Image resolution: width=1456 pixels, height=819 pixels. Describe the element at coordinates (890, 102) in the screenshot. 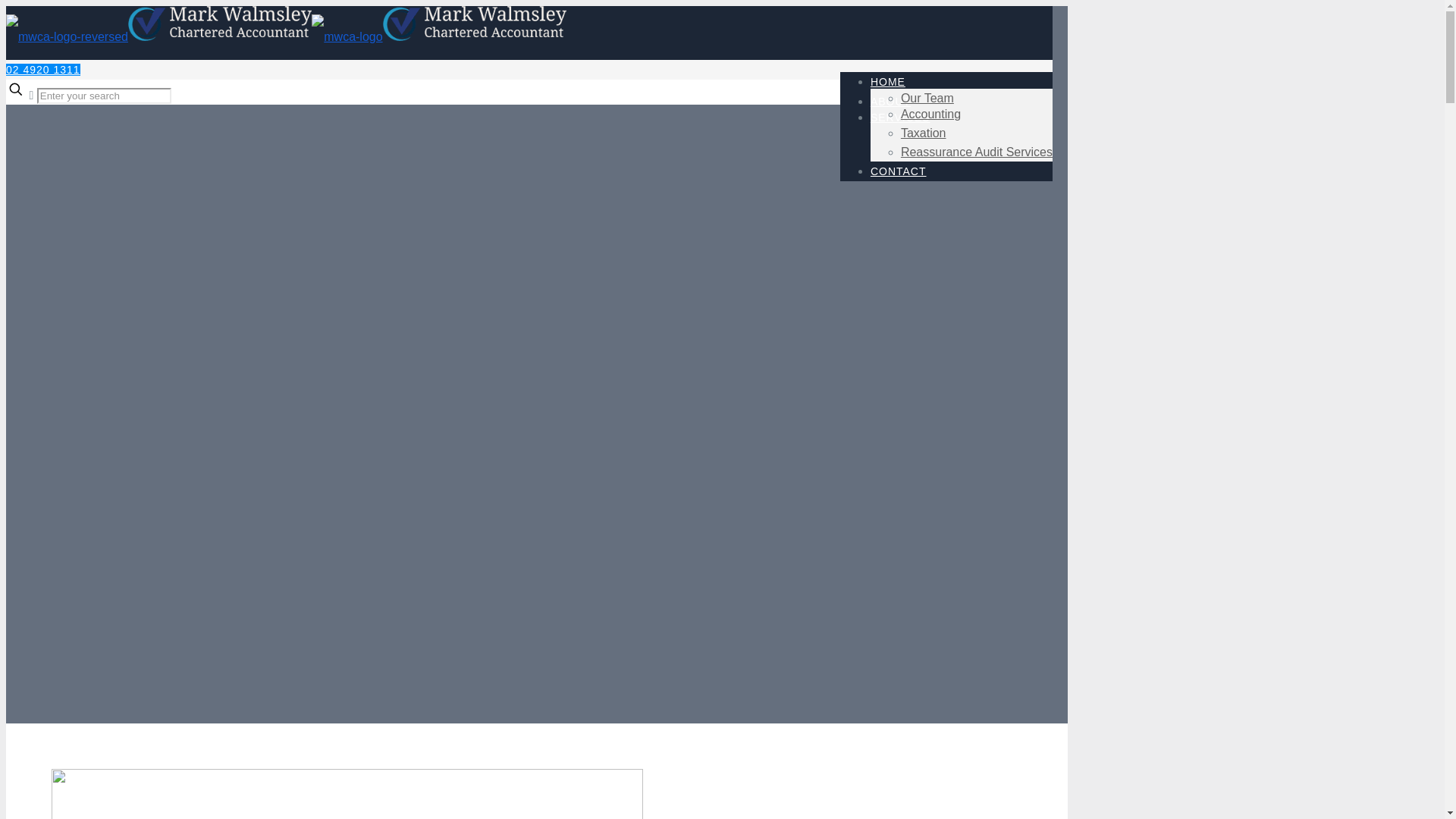

I see `'ABOUT'` at that location.